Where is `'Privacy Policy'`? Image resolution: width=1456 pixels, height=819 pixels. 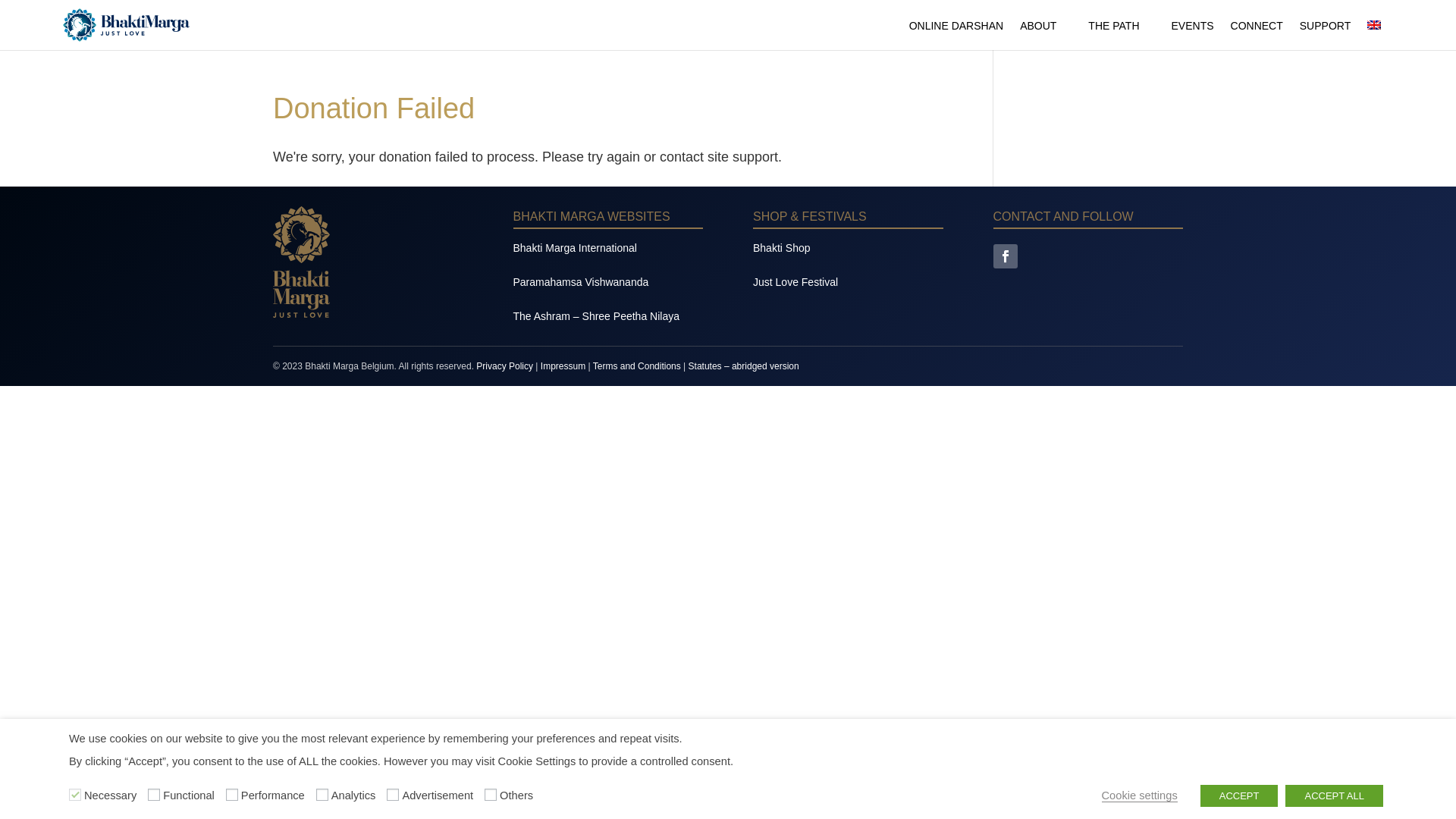 'Privacy Policy' is located at coordinates (504, 366).